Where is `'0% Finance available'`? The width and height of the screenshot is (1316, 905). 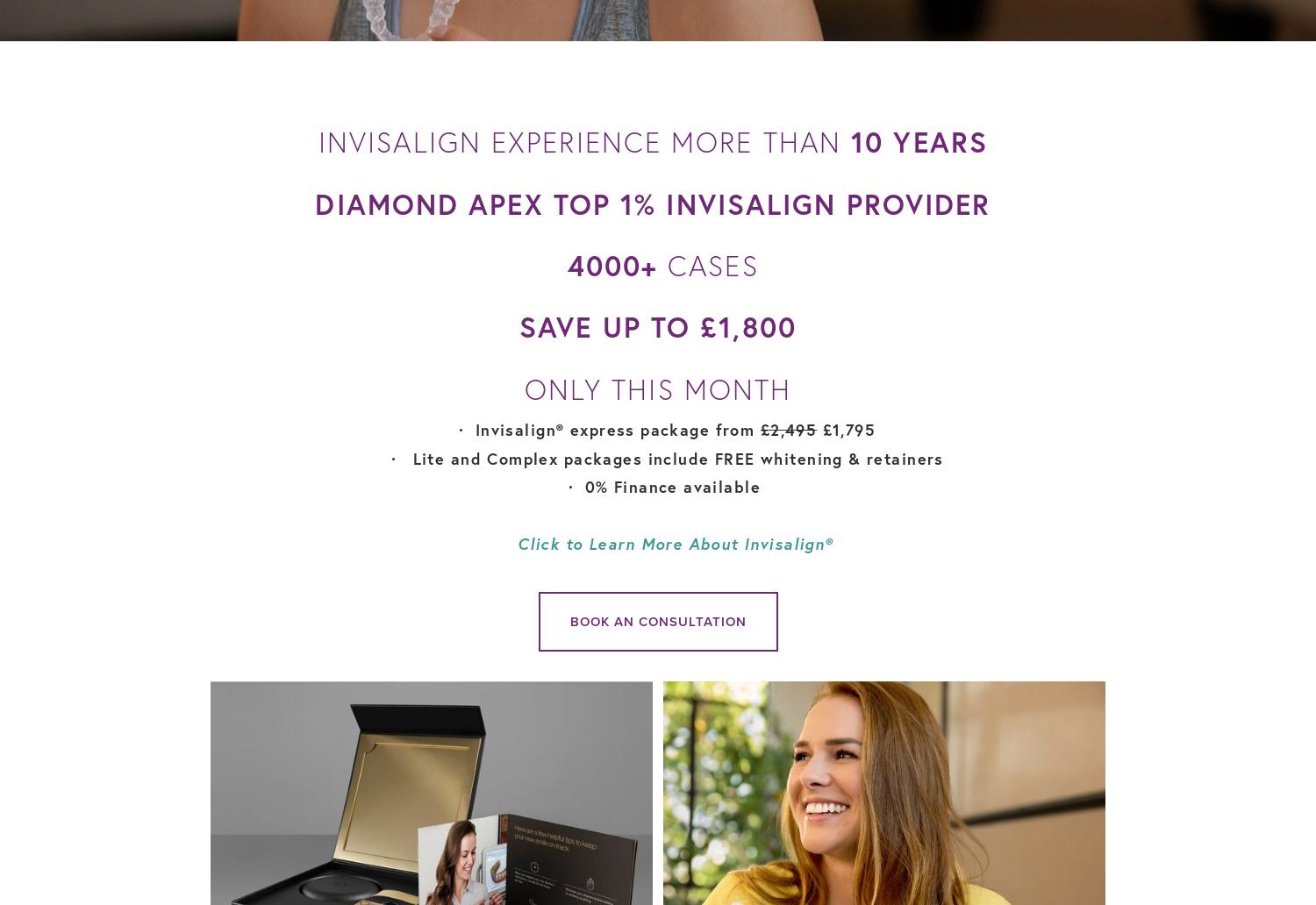 '0% Finance available' is located at coordinates (675, 487).